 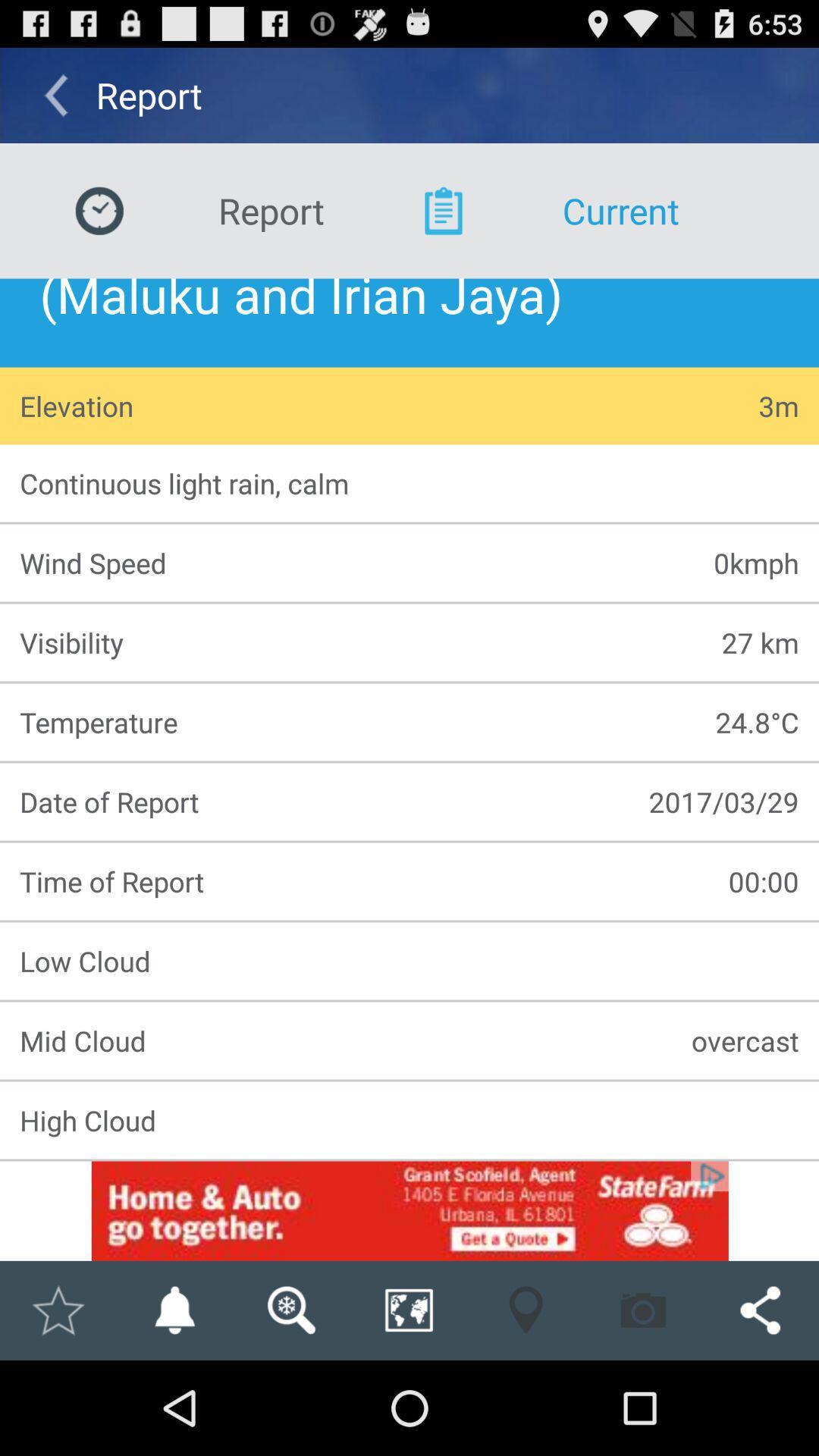 What do you see at coordinates (643, 1310) in the screenshot?
I see `take a screenshot` at bounding box center [643, 1310].